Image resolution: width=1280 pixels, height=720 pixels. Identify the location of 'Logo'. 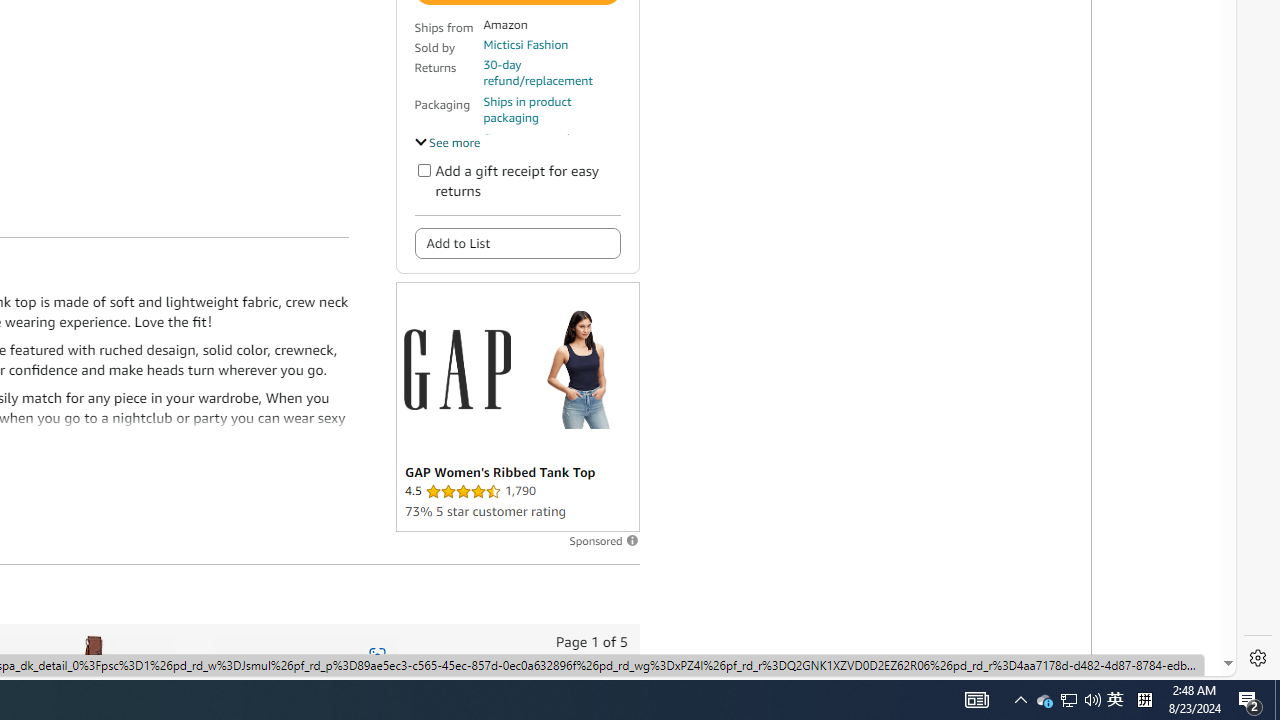
(455, 369).